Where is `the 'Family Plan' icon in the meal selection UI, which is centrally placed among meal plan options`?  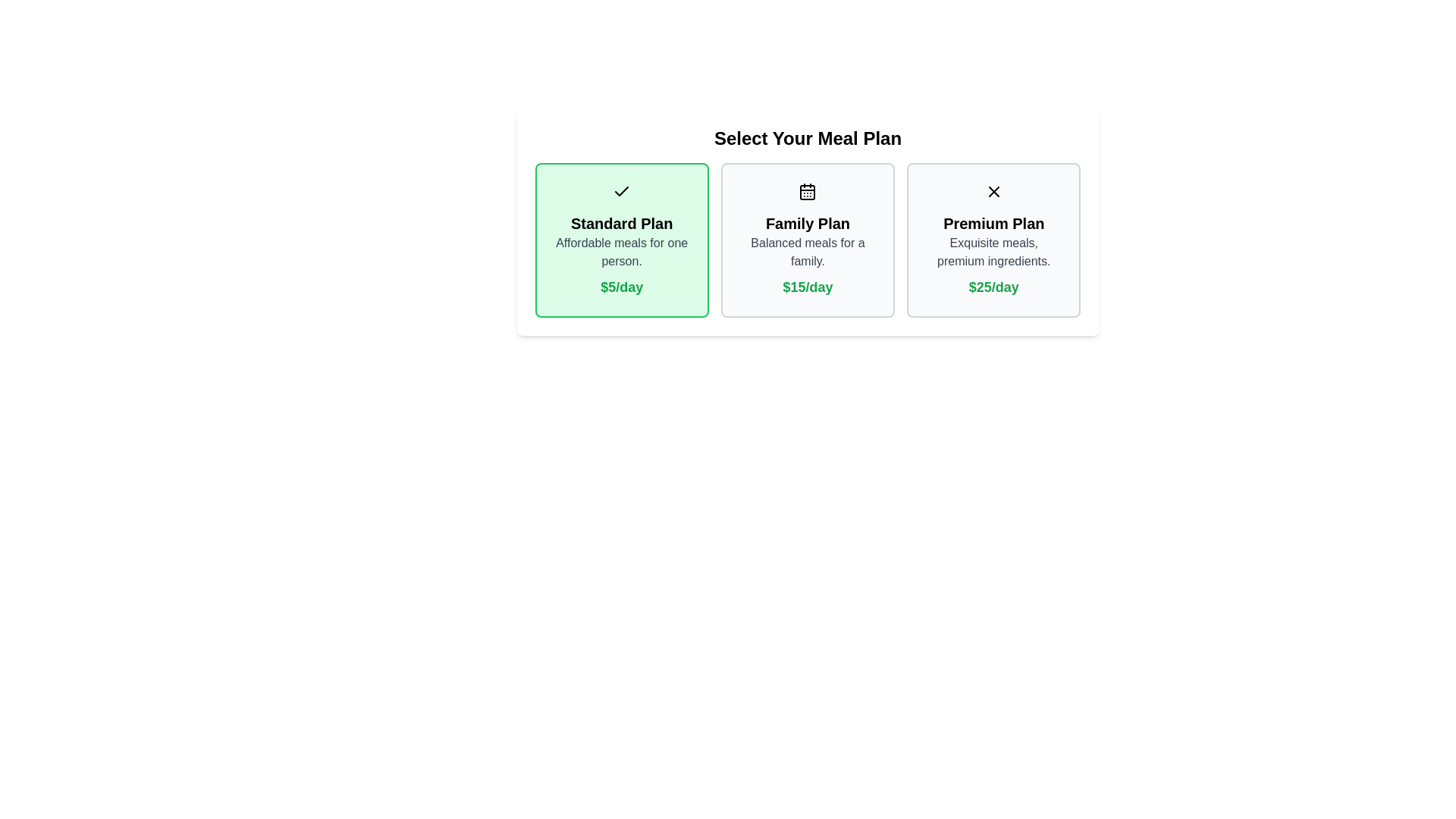 the 'Family Plan' icon in the meal selection UI, which is centrally placed among meal plan options is located at coordinates (807, 192).